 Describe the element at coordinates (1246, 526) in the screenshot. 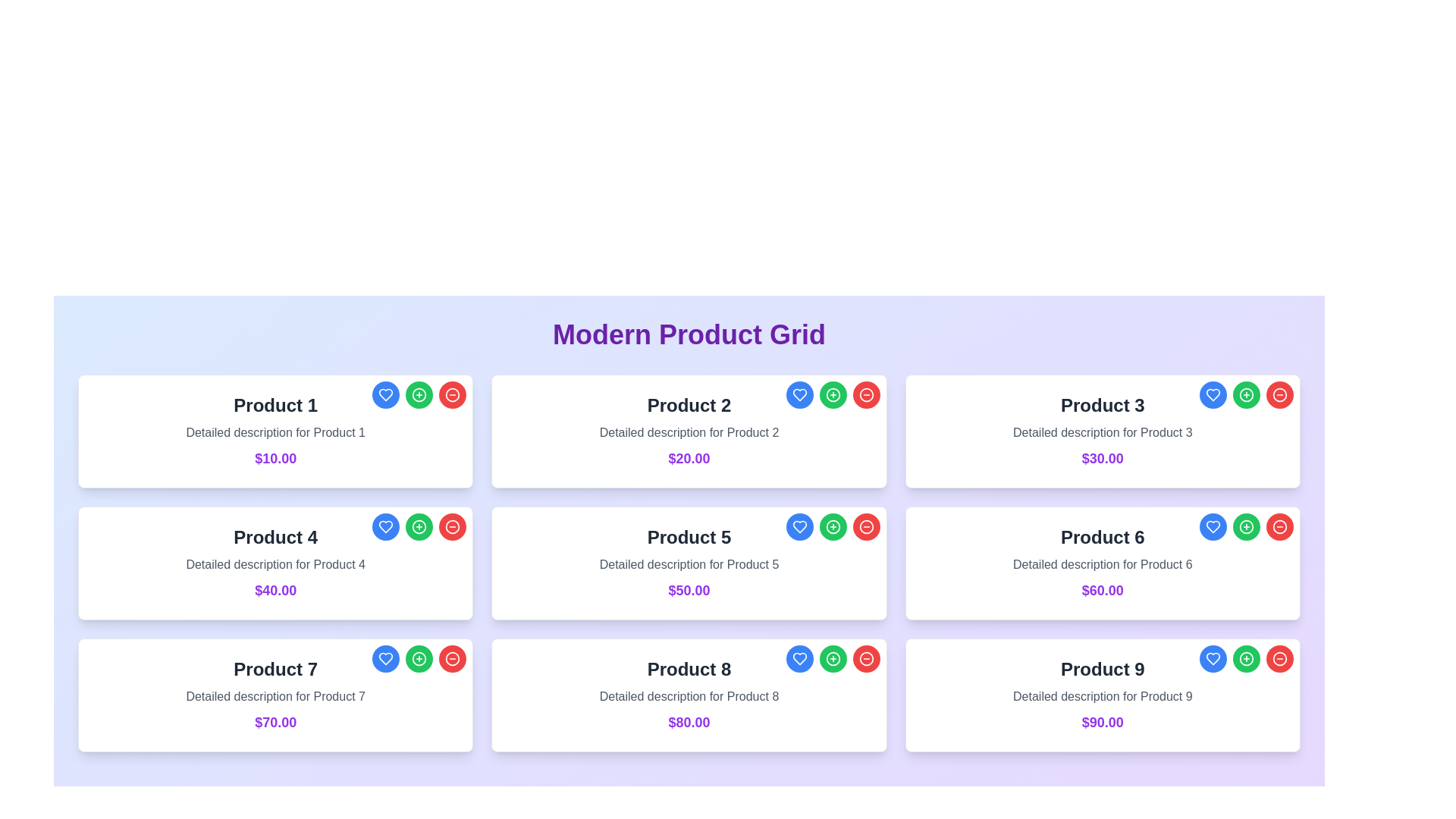

I see `the green circular button with a white plus icon located in the top right of the card for 'Product 6'` at that location.